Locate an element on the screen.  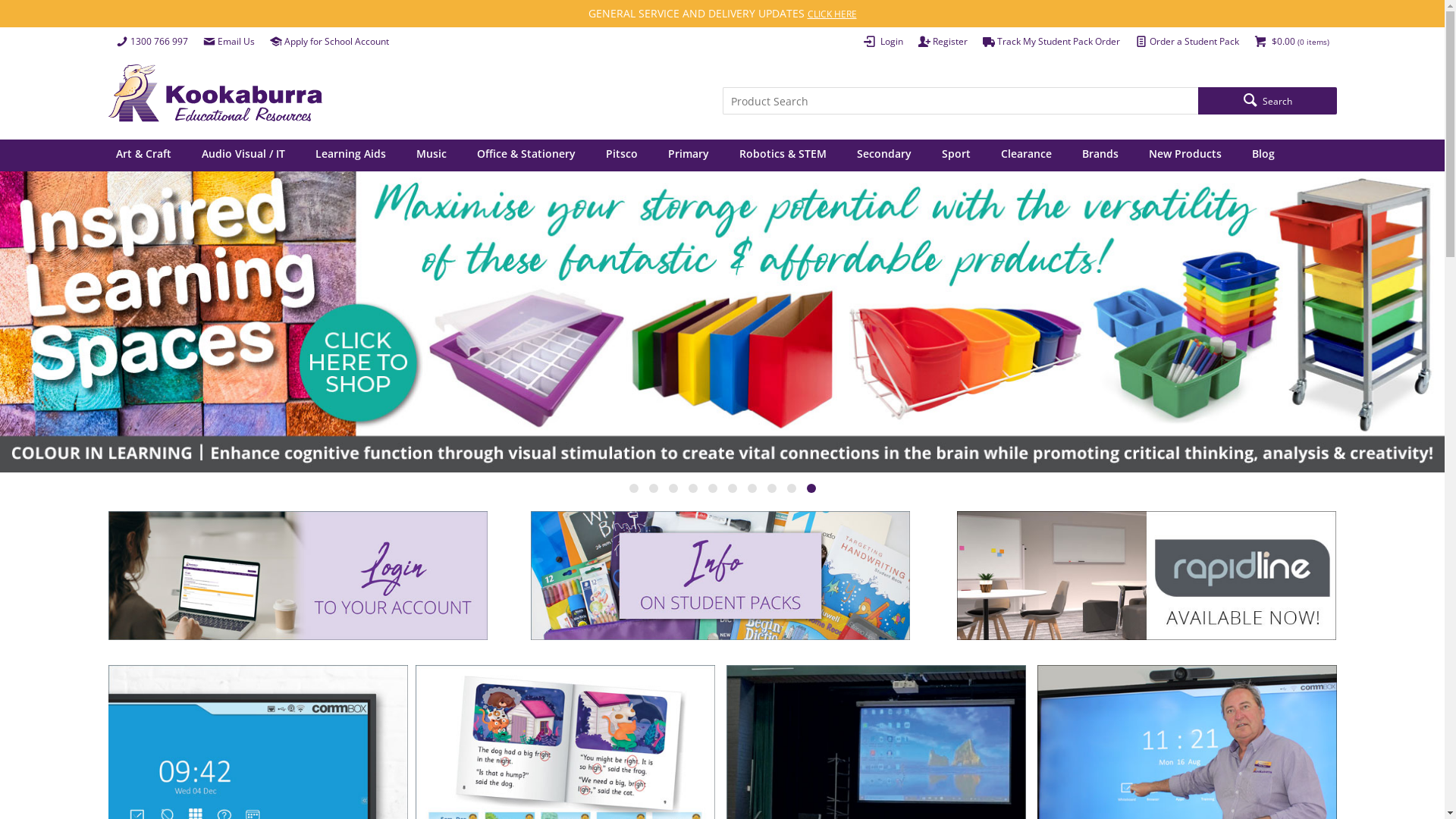
'Sport' is located at coordinates (954, 155).